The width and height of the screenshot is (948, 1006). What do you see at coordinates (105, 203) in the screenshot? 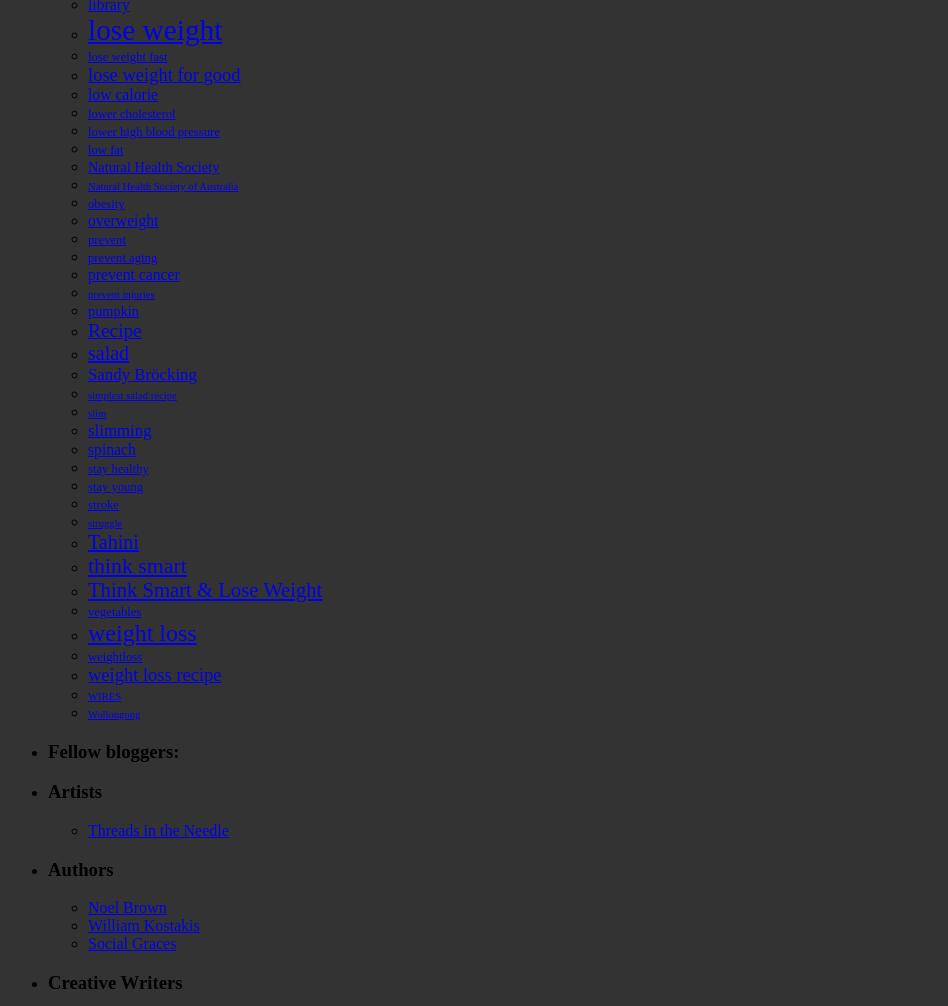
I see `'obesity'` at bounding box center [105, 203].